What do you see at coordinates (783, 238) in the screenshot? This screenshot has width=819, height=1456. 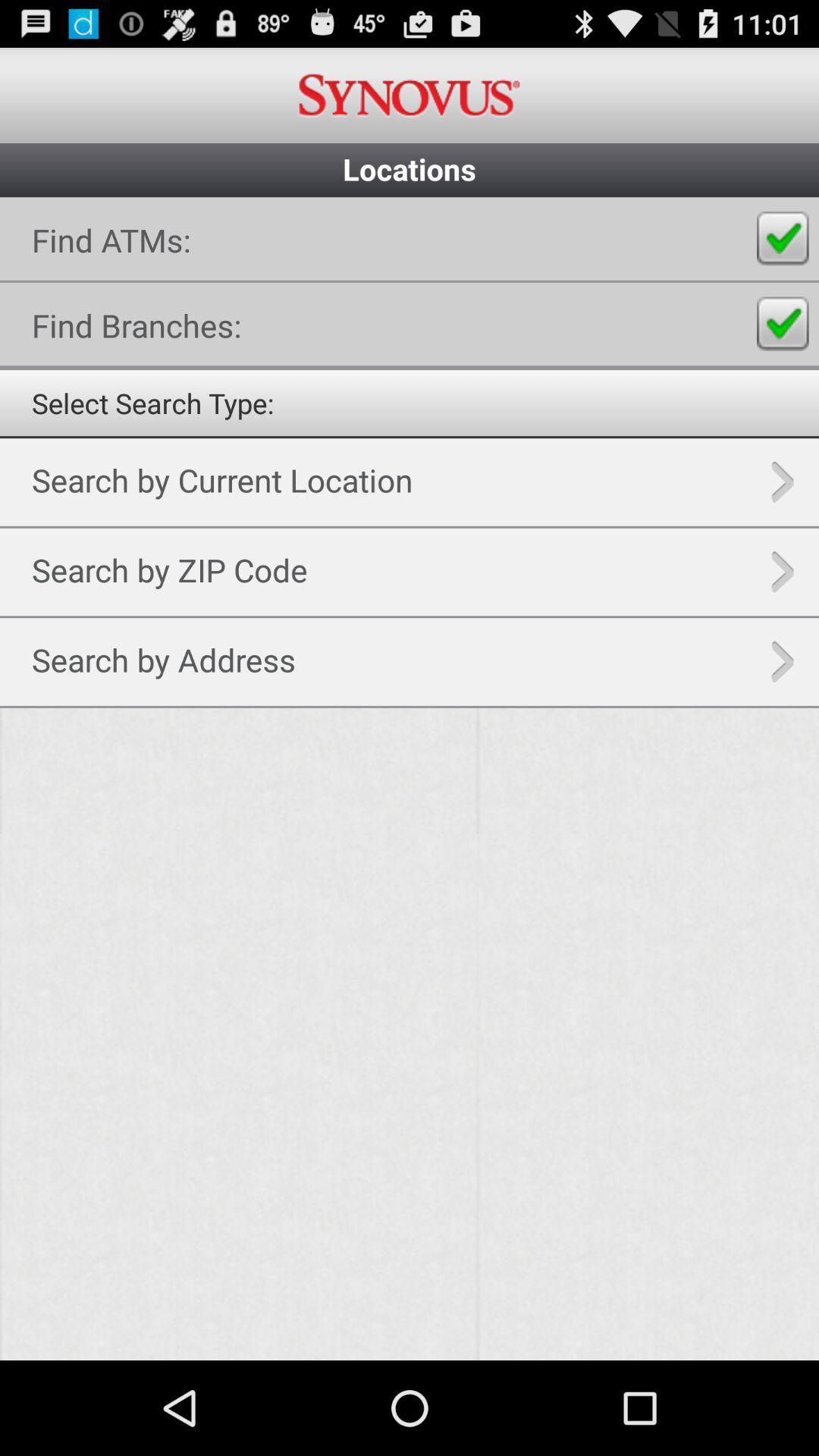 I see `the item to the right of the find atms:` at bounding box center [783, 238].